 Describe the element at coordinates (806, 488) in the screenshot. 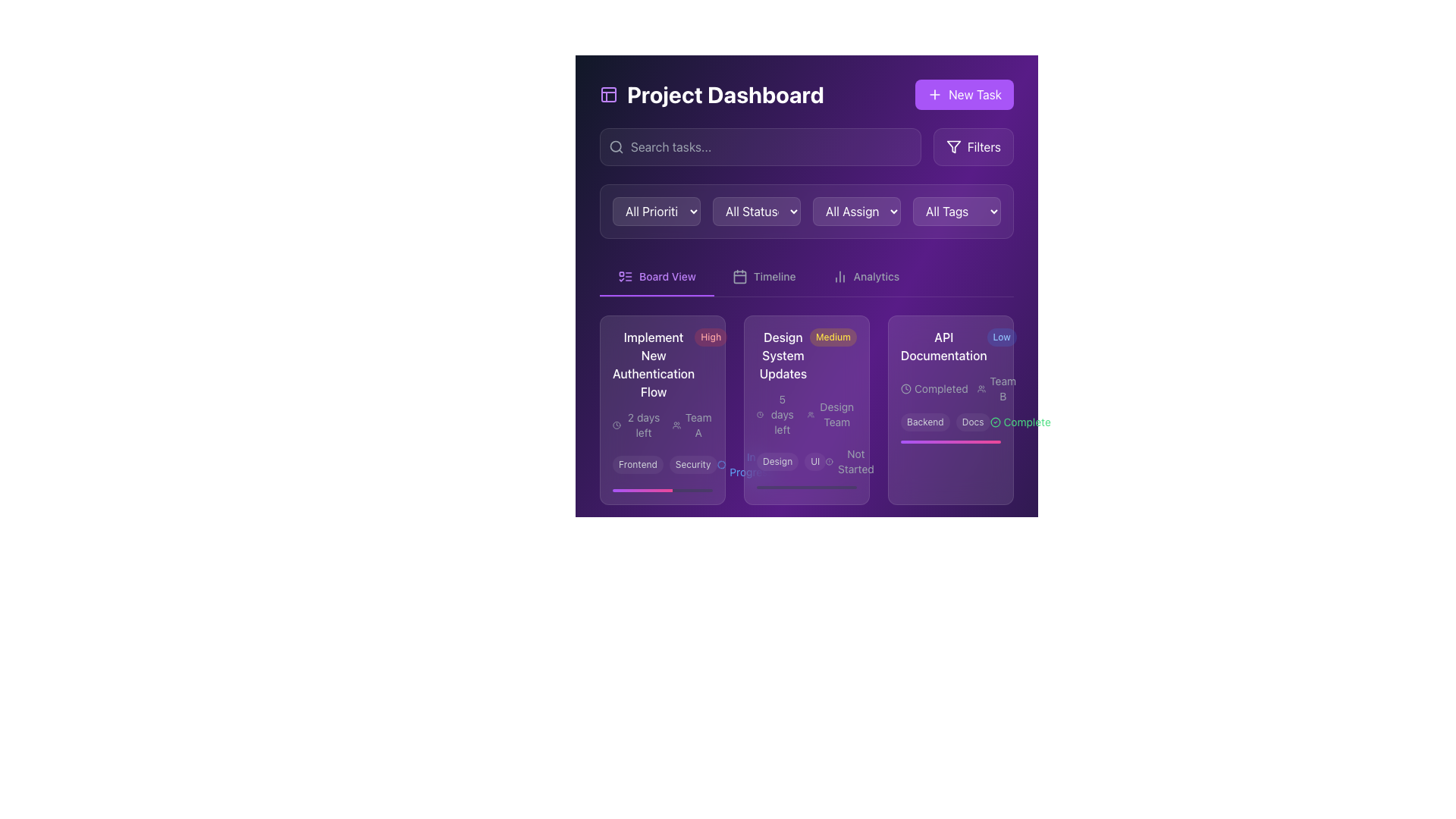

I see `the rectangular progress bar located at the bottom of the 'Design System Updates' card, which features a muted gray background and is styled with slightly rounded corners` at that location.